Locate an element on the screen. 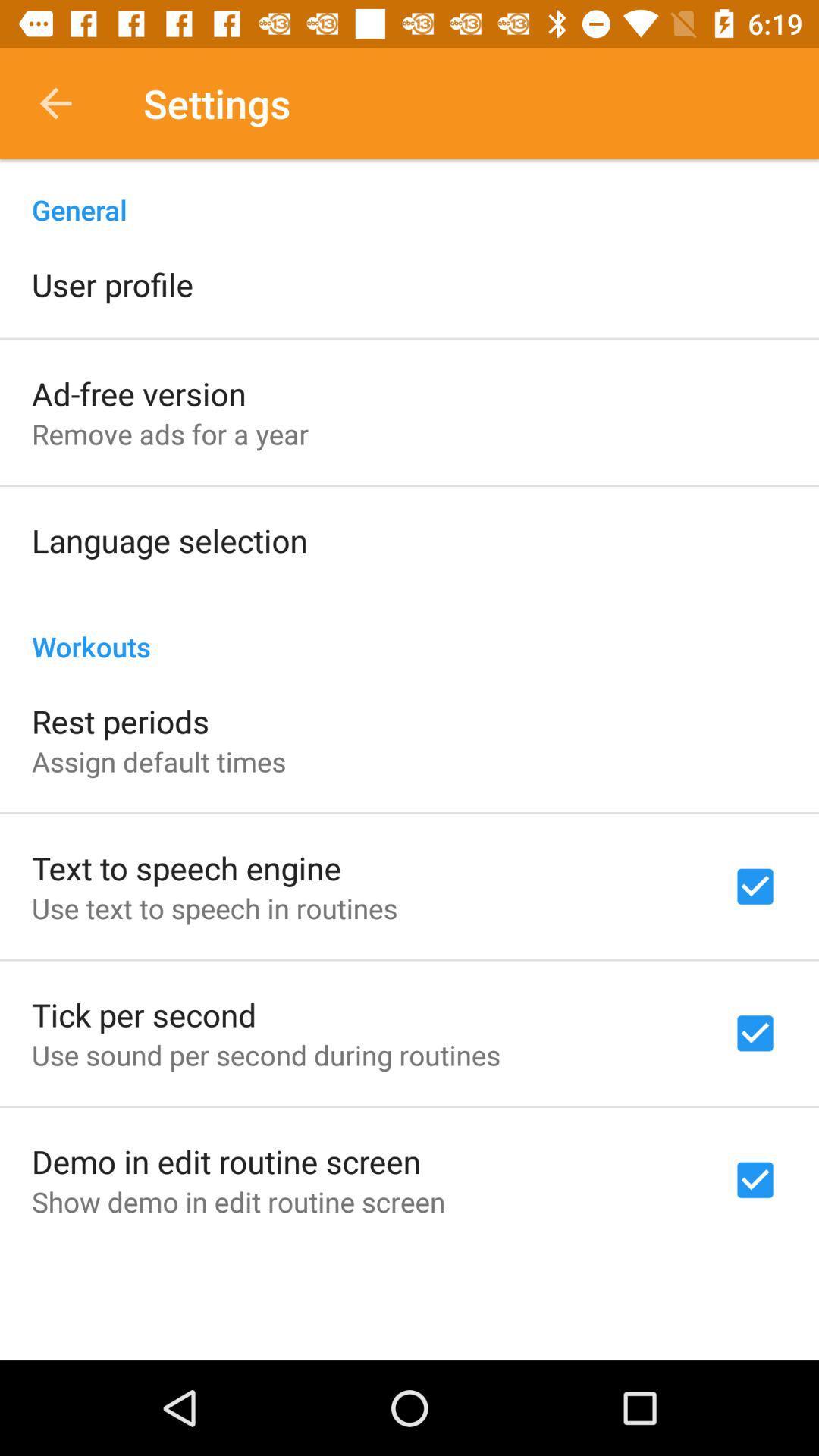 The height and width of the screenshot is (1456, 819). item to the left of the settings is located at coordinates (55, 102).